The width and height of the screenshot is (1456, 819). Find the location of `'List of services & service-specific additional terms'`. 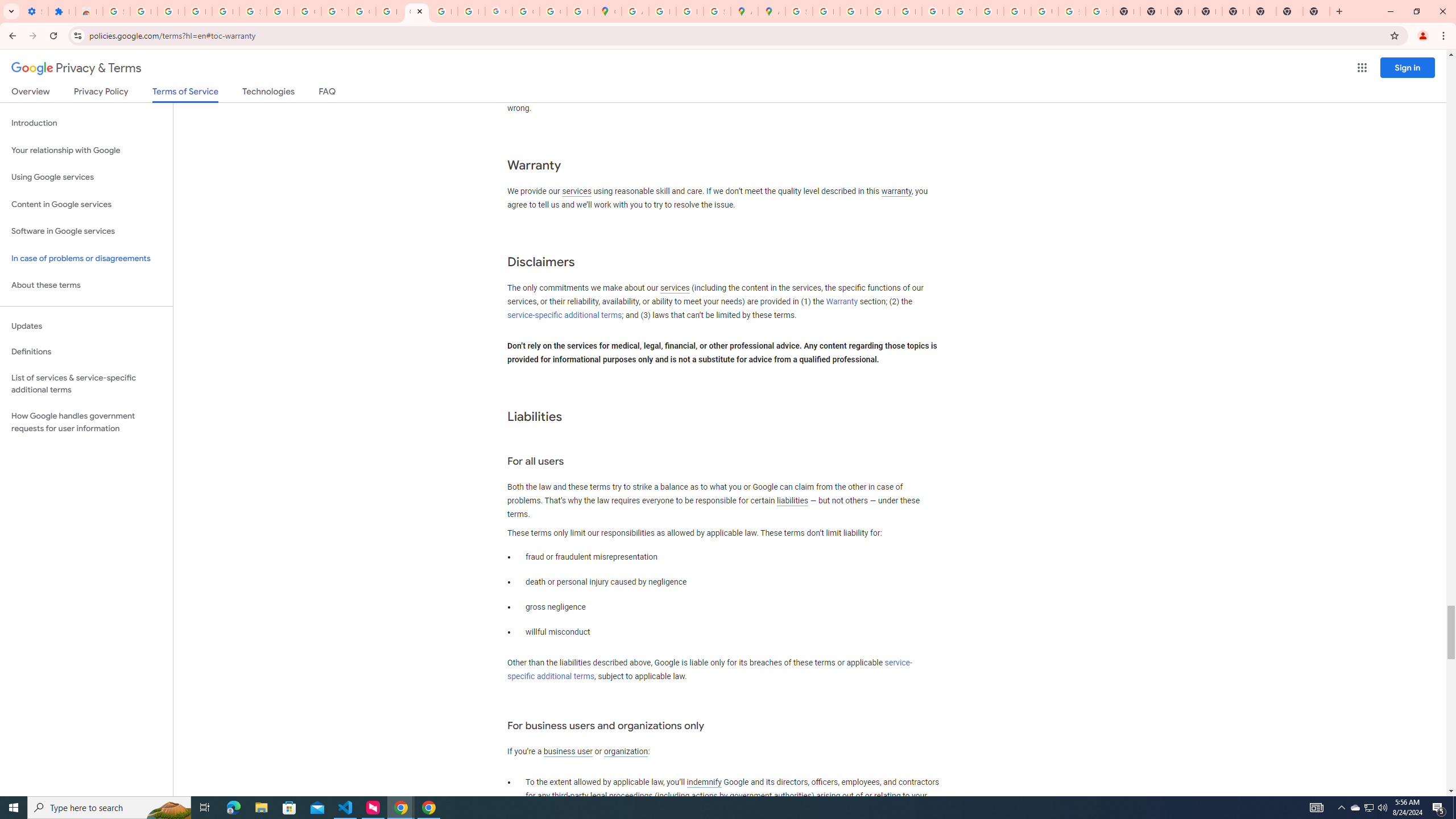

'List of services & service-specific additional terms' is located at coordinates (86, 383).